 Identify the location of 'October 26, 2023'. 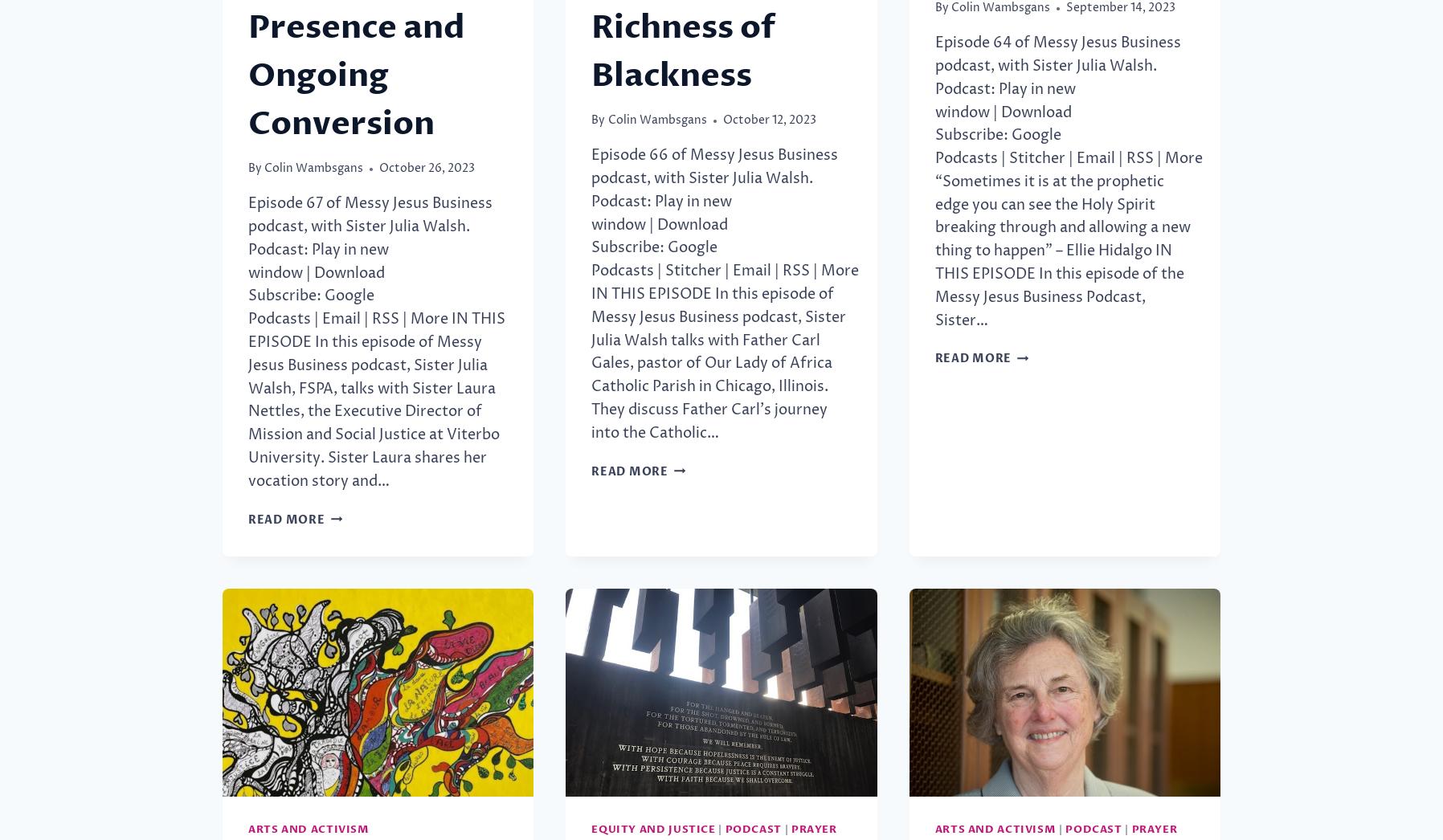
(378, 168).